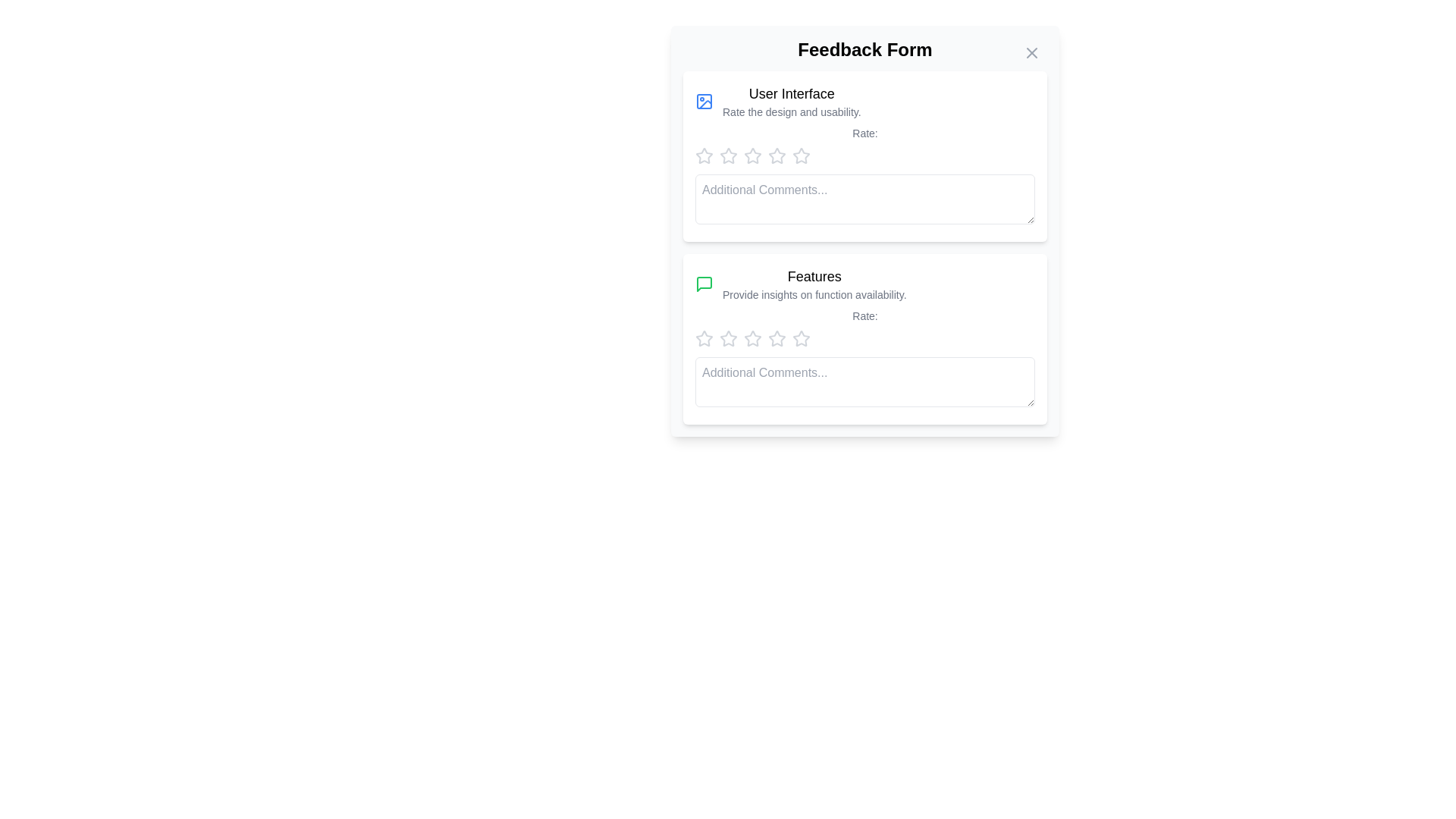 Image resolution: width=1456 pixels, height=819 pixels. Describe the element at coordinates (800, 338) in the screenshot. I see `the fifth star-shaped rating icon in the 'Features' section of the feedback form, which changes color to yellow on hover` at that location.